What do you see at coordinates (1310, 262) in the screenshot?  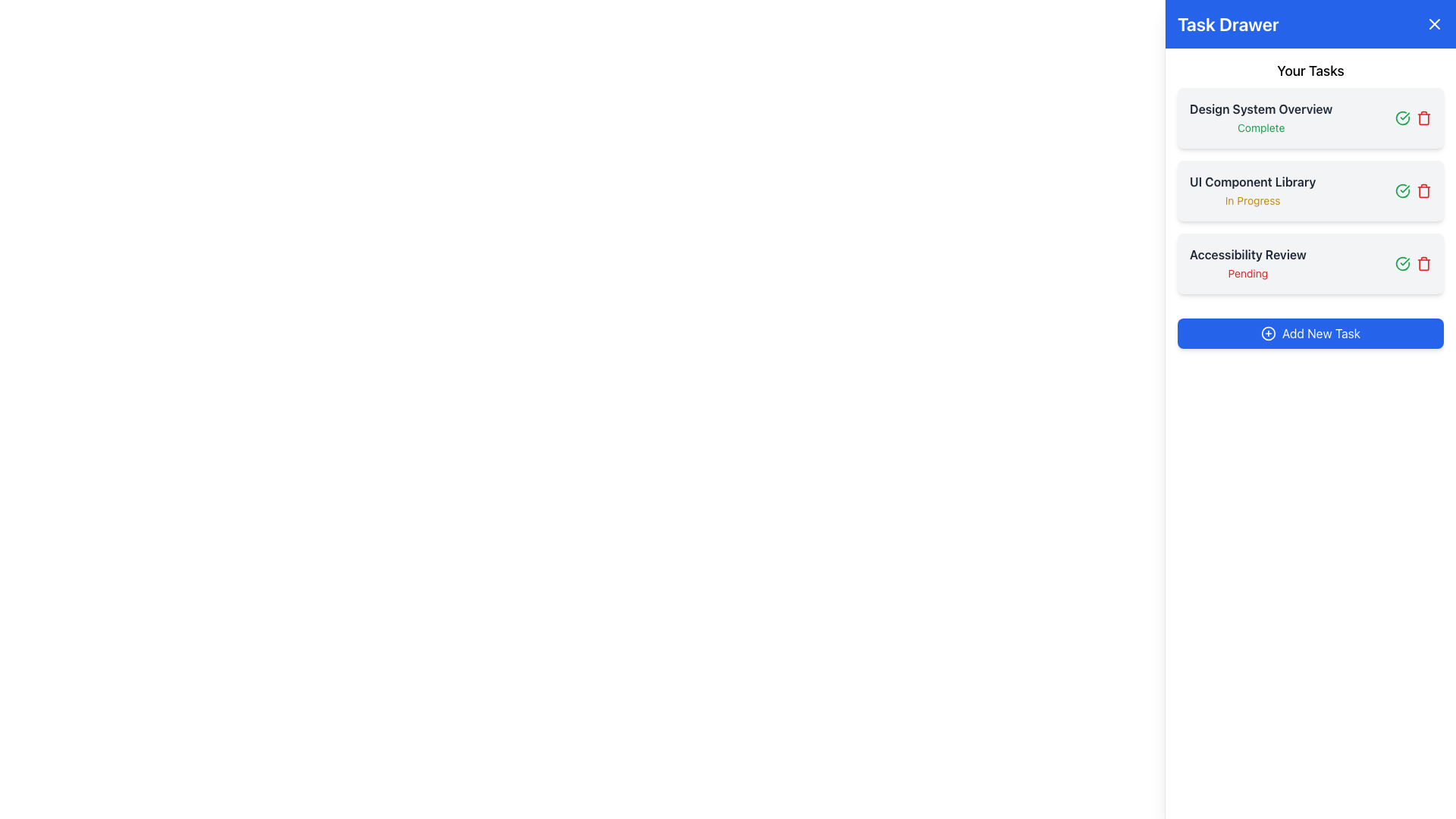 I see `the task item titled 'Accessibility Review' which is the third item in the 'Your Tasks' list, located below 'UI Component Library' and above 'Add New Task'` at bounding box center [1310, 262].